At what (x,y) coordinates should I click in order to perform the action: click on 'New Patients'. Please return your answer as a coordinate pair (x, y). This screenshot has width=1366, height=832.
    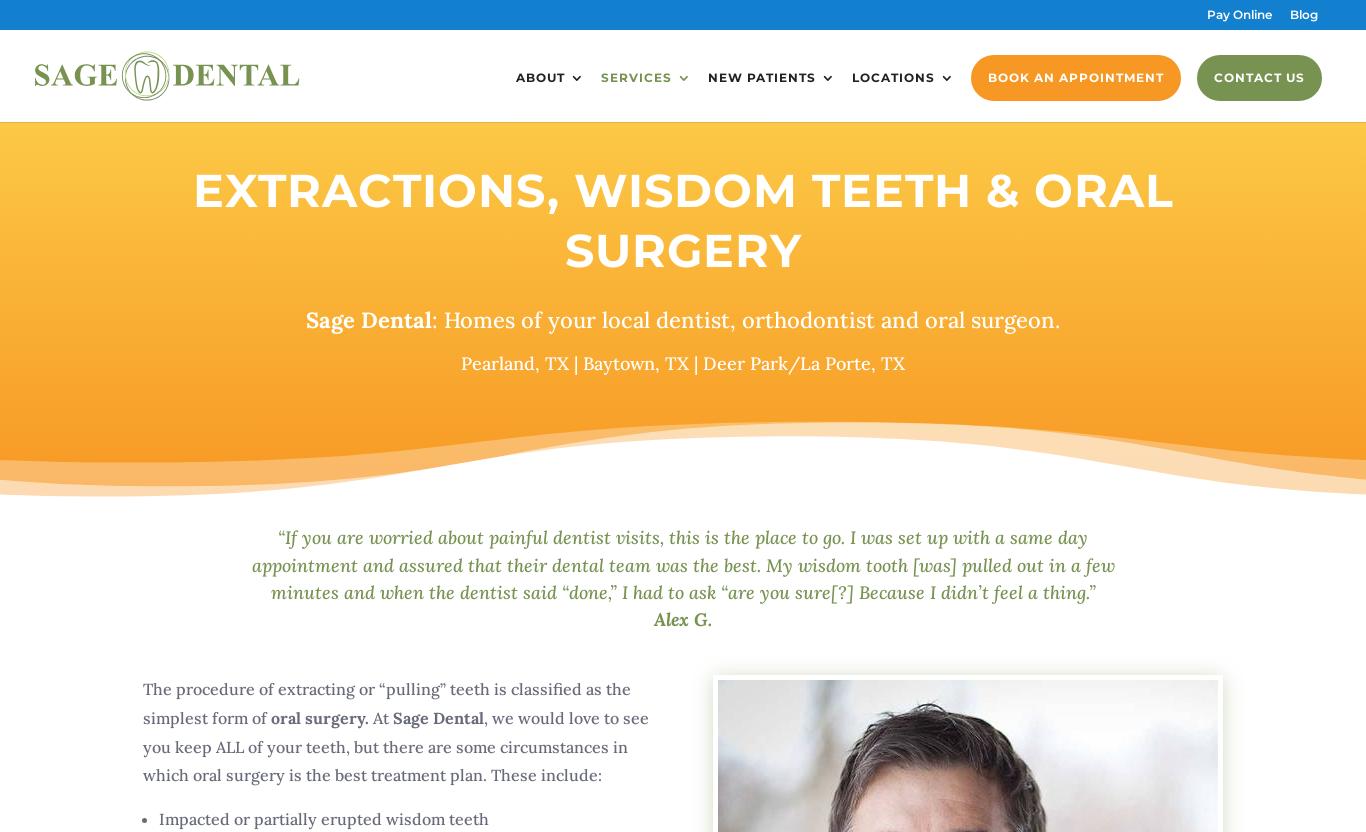
    Looking at the image, I should click on (761, 76).